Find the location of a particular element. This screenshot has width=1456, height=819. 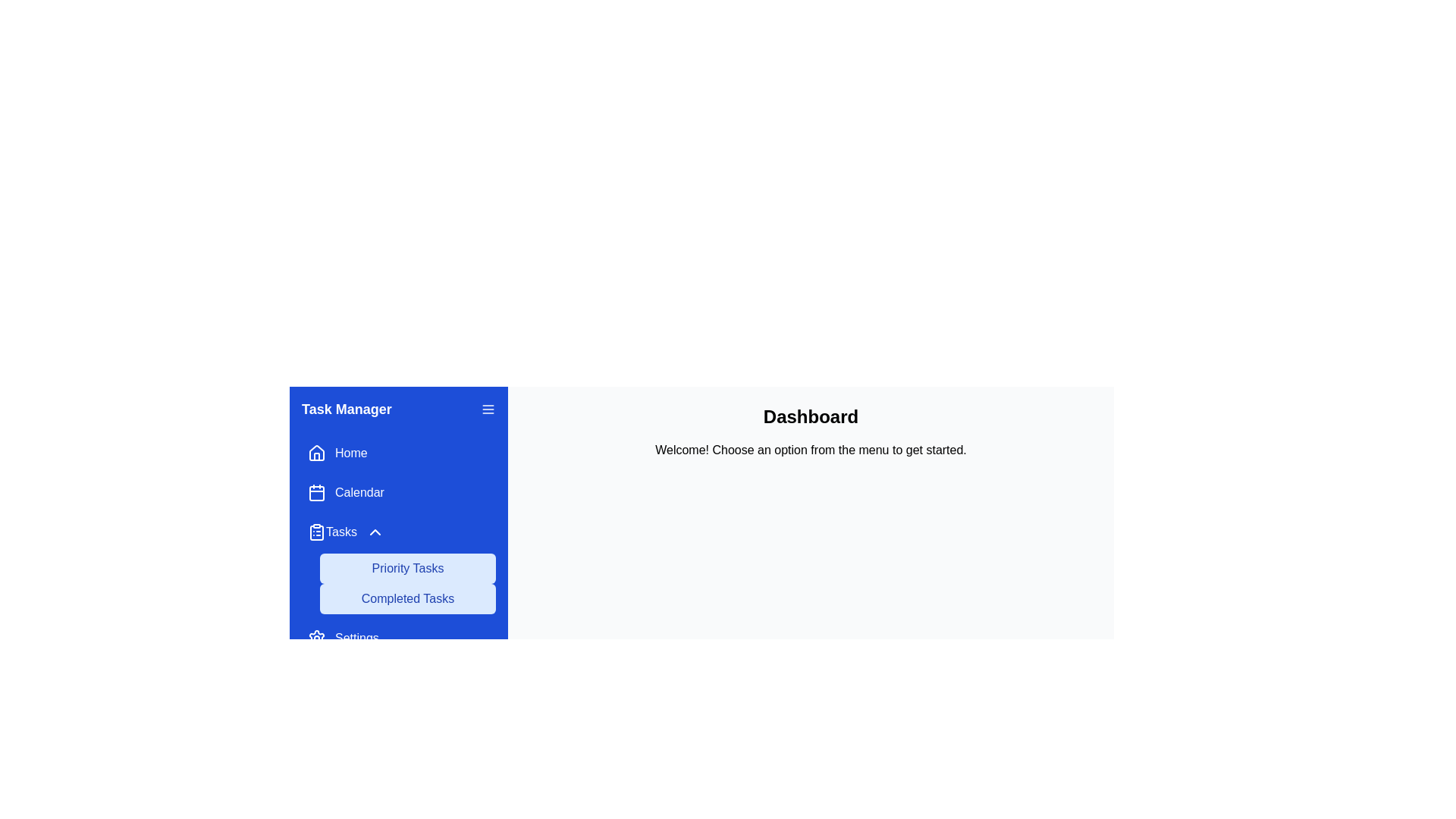

the upper button in the sidebar menu labeled 'Priority Tasks' is located at coordinates (407, 568).